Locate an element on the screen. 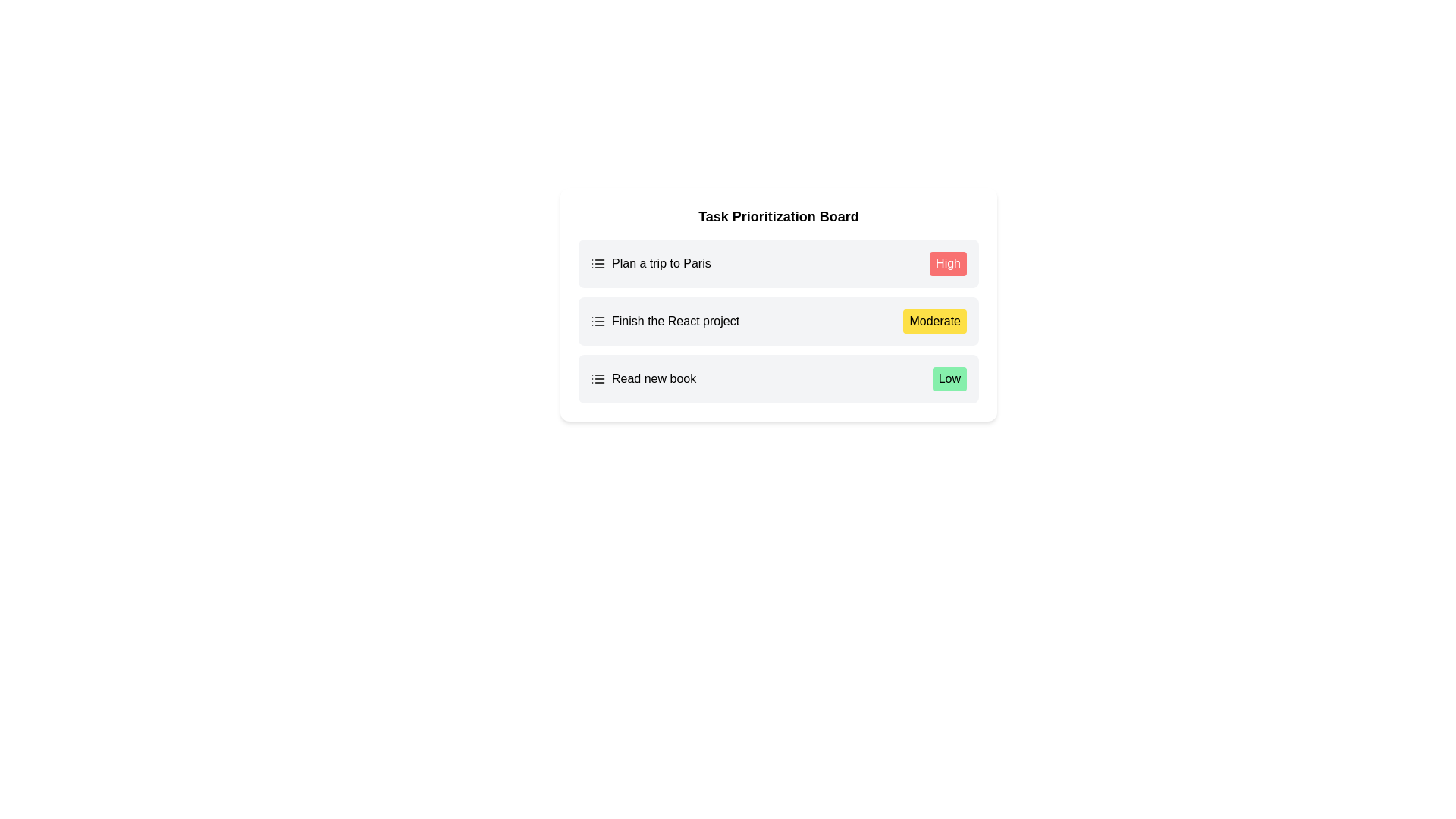 This screenshot has width=1456, height=819. the third list item labeled 'Read new book' in the Task Prioritization Board is located at coordinates (779, 378).